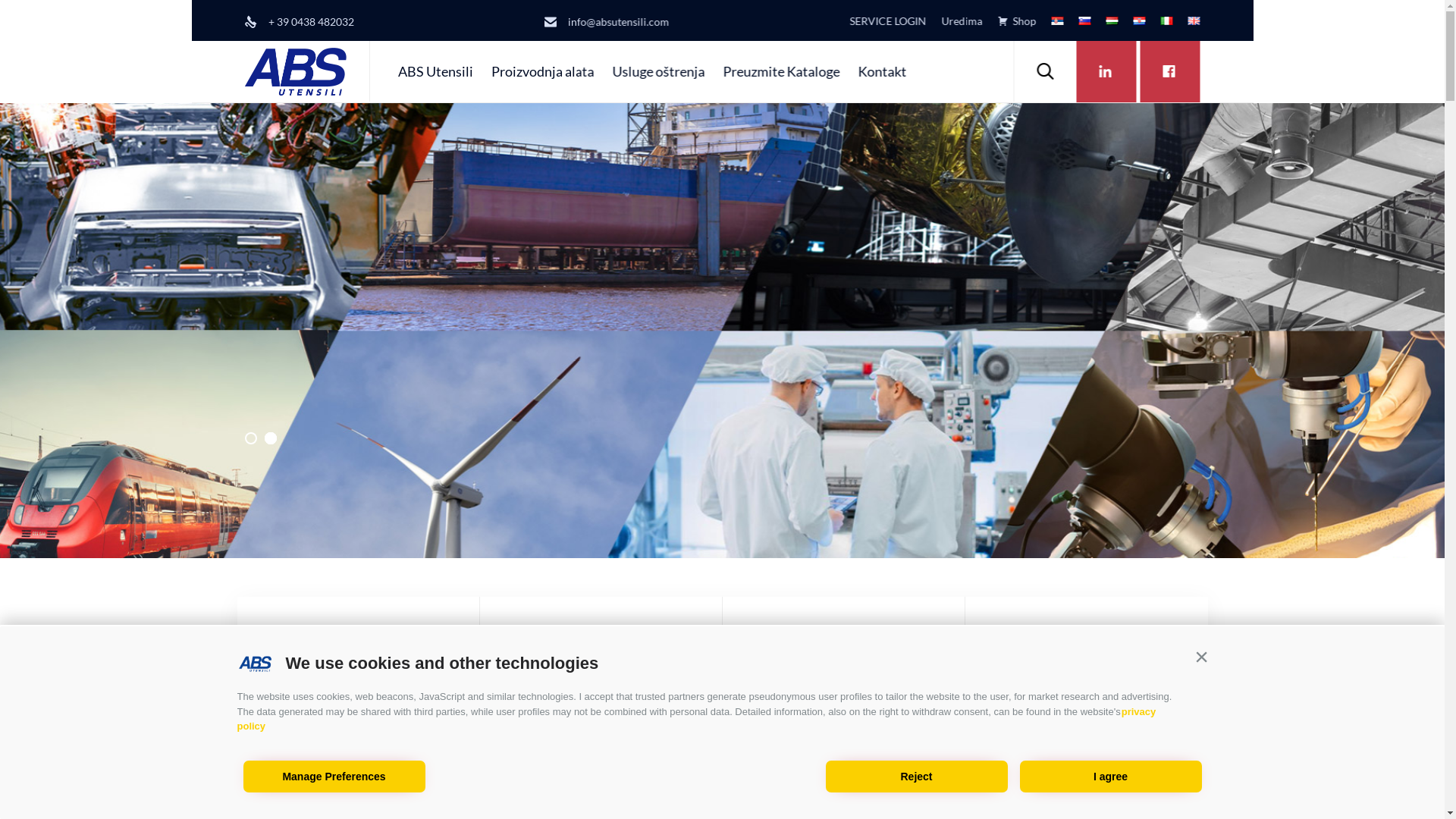 This screenshot has height=819, width=1456. I want to click on '+ 39 0438 482032', so click(310, 21).